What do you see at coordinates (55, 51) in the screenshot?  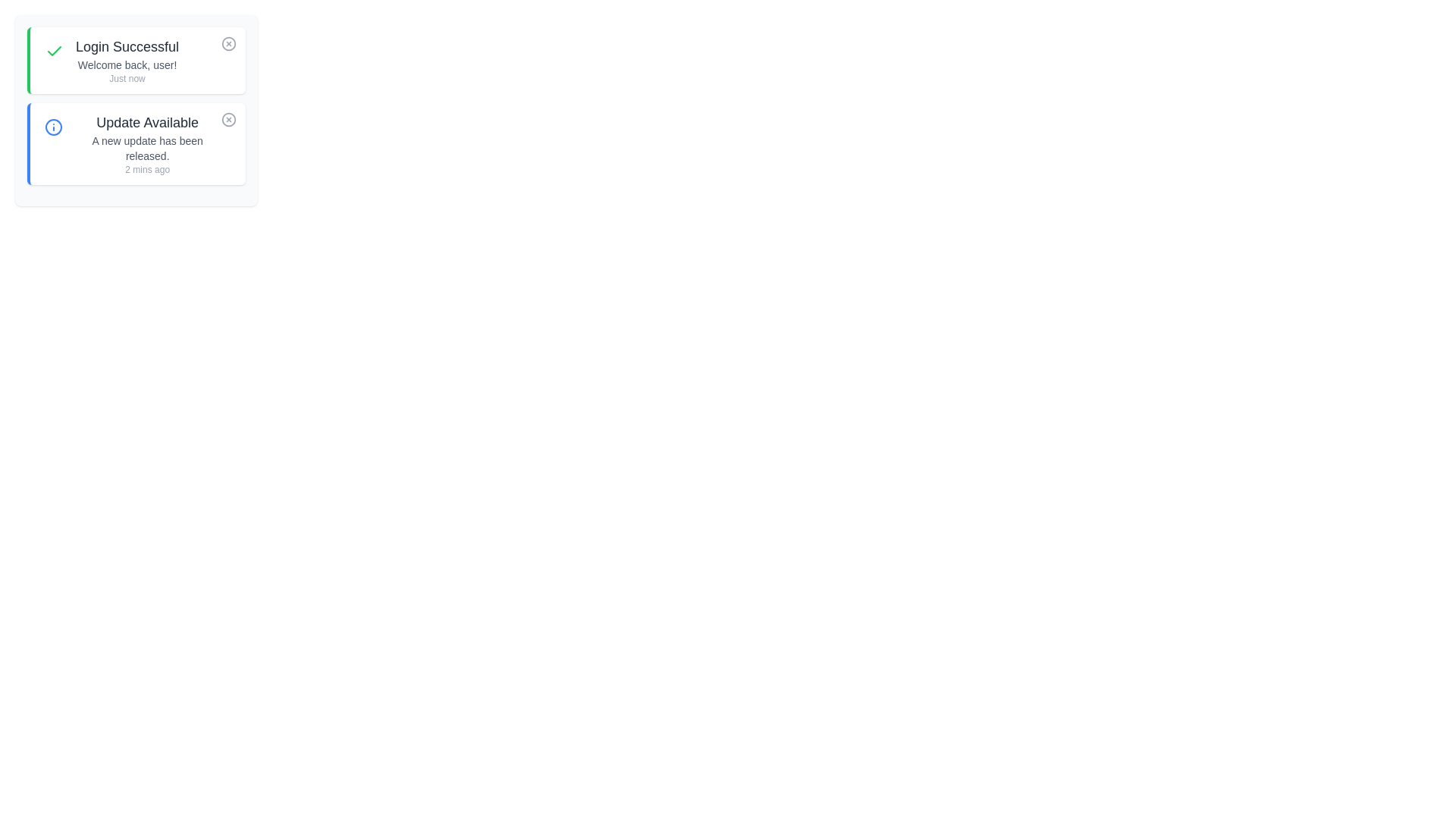 I see `the checkmark icon within the 'Login Successful' notification card, which indicates a successful login action` at bounding box center [55, 51].